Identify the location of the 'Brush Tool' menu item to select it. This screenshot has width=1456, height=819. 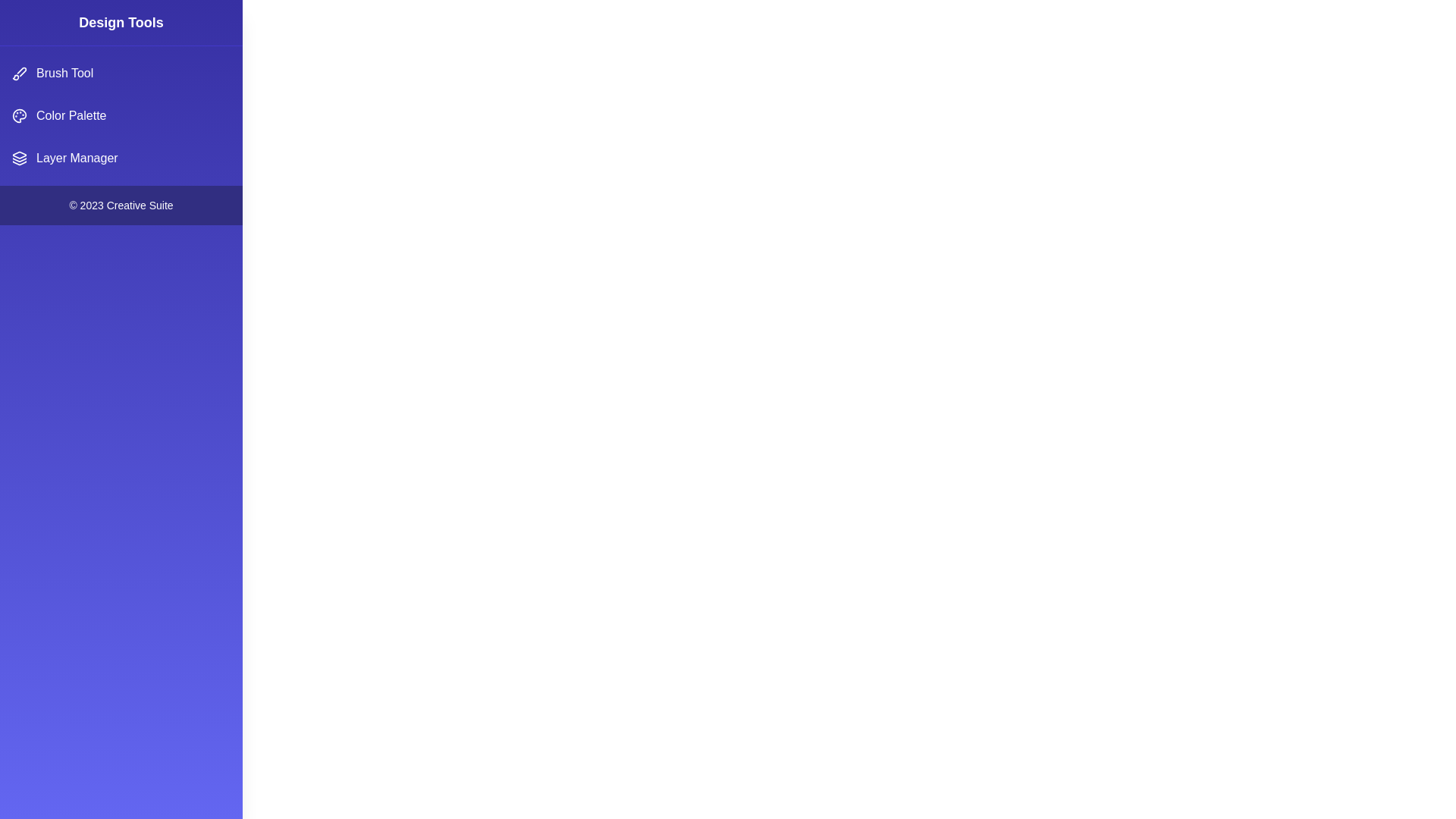
(120, 73).